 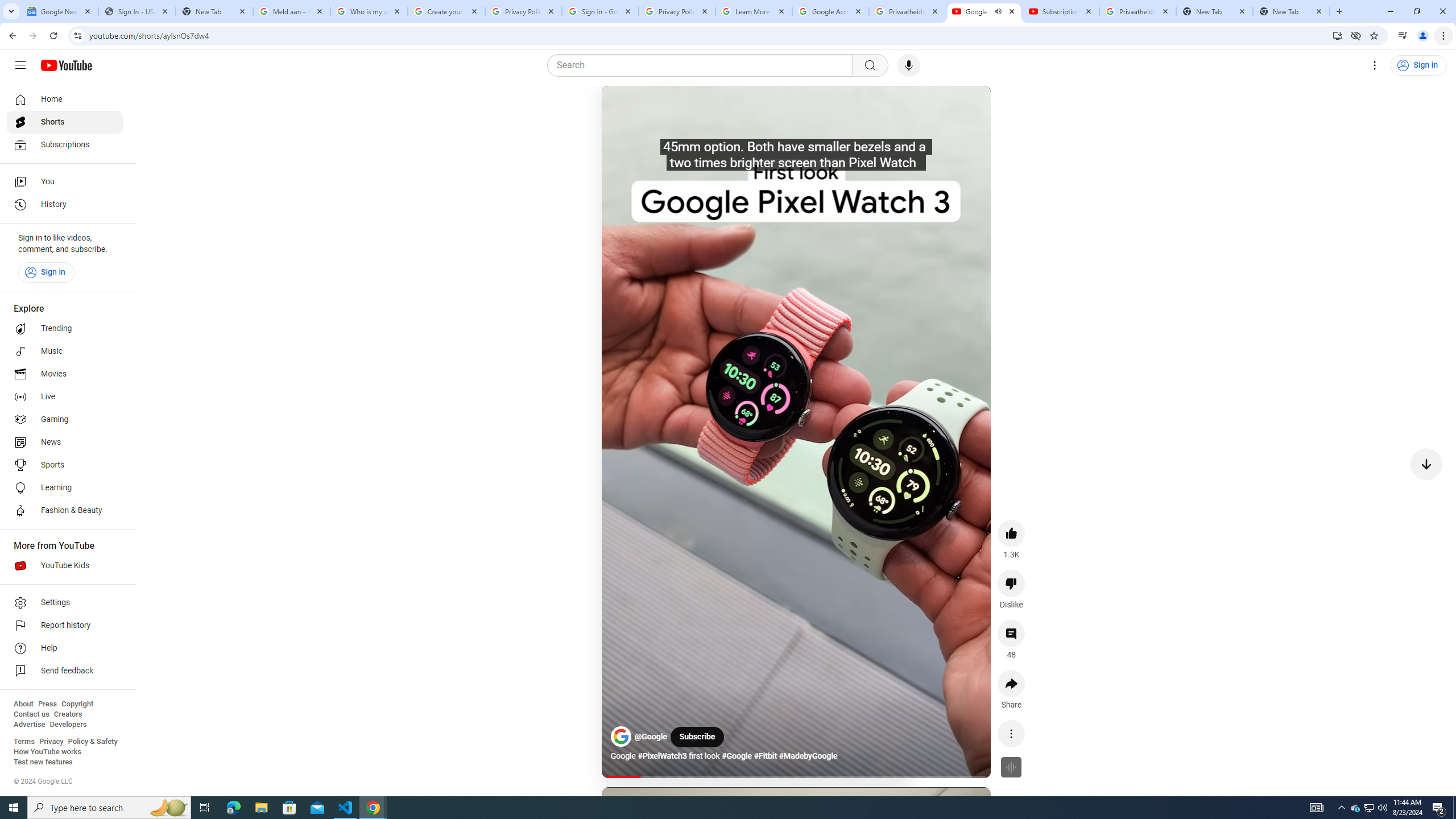 I want to click on '#MadebyGoogle', so click(x=807, y=756).